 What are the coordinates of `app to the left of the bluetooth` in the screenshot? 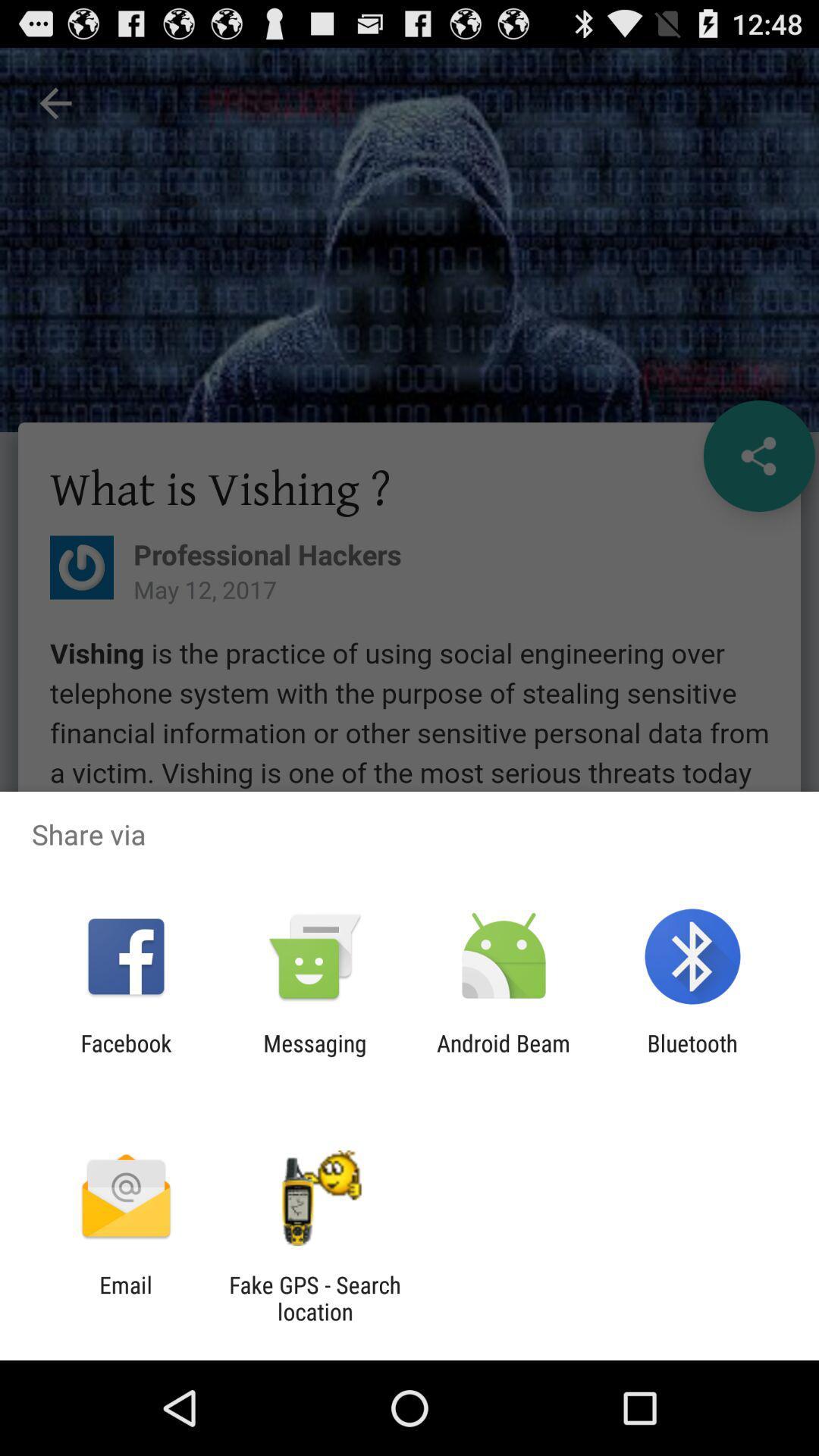 It's located at (504, 1056).